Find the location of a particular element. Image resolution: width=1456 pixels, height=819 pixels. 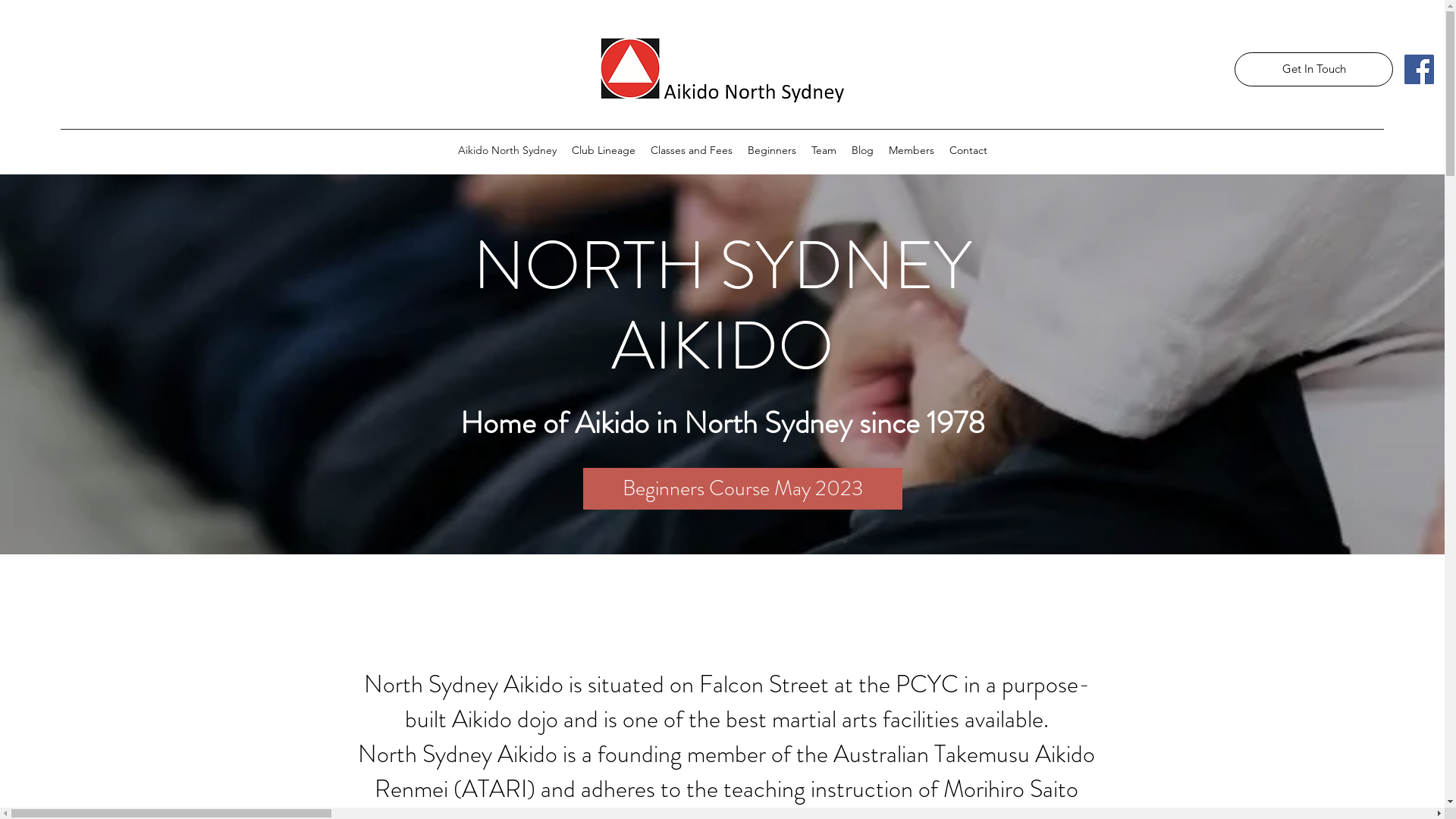

'Members' is located at coordinates (910, 150).